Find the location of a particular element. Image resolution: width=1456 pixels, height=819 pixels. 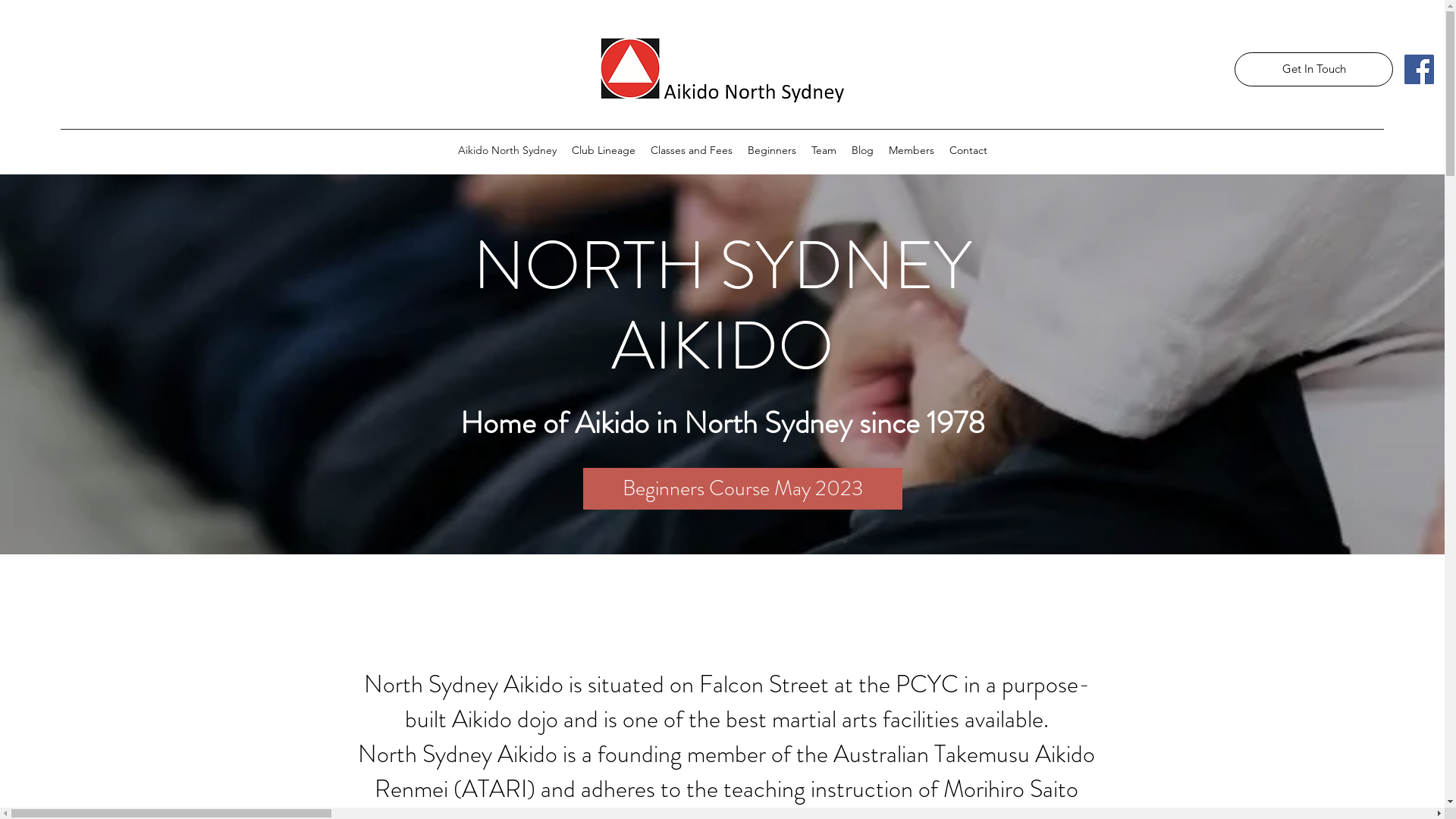

'Members' is located at coordinates (910, 150).